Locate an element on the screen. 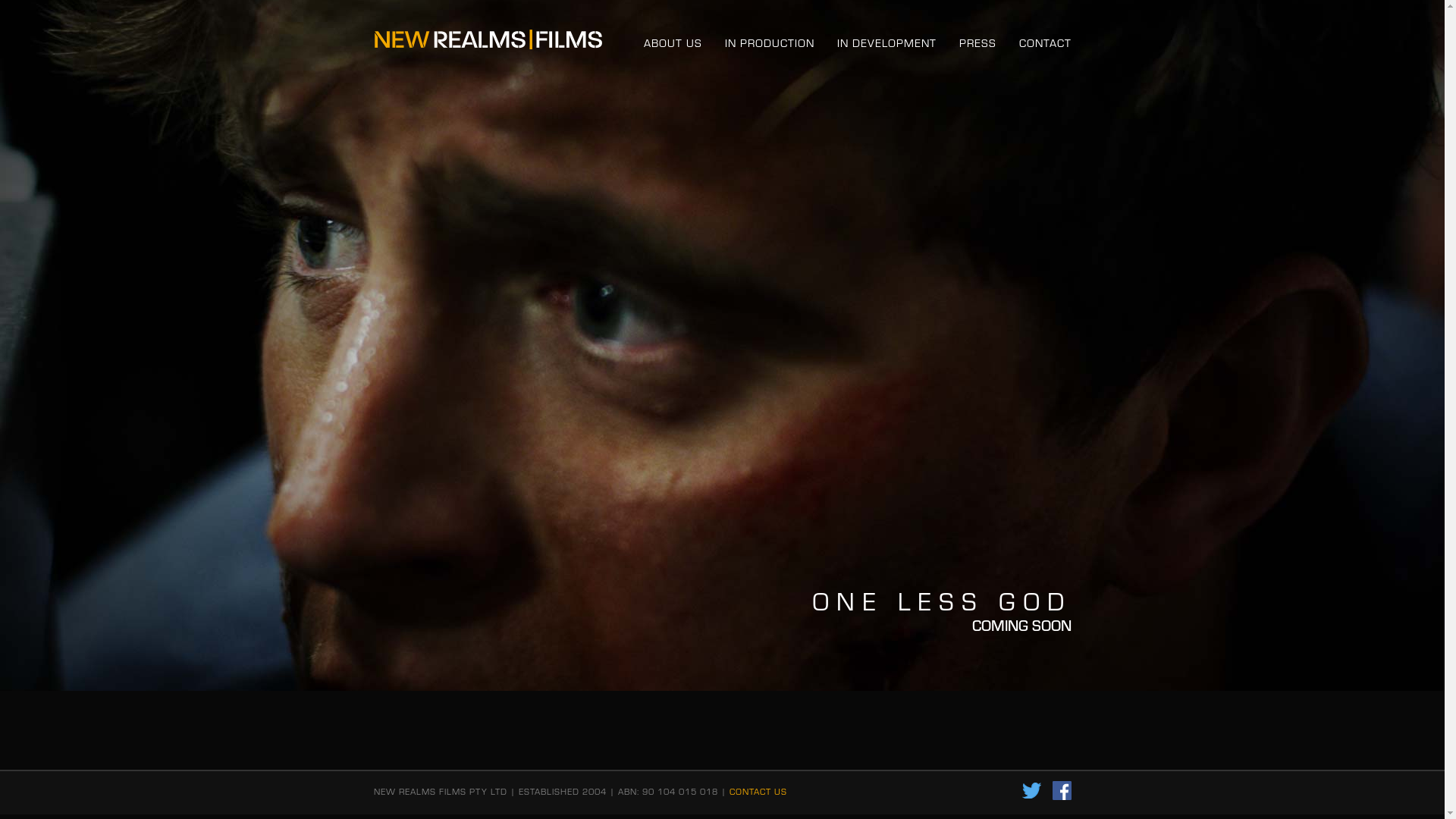  'PRESS' is located at coordinates (977, 42).